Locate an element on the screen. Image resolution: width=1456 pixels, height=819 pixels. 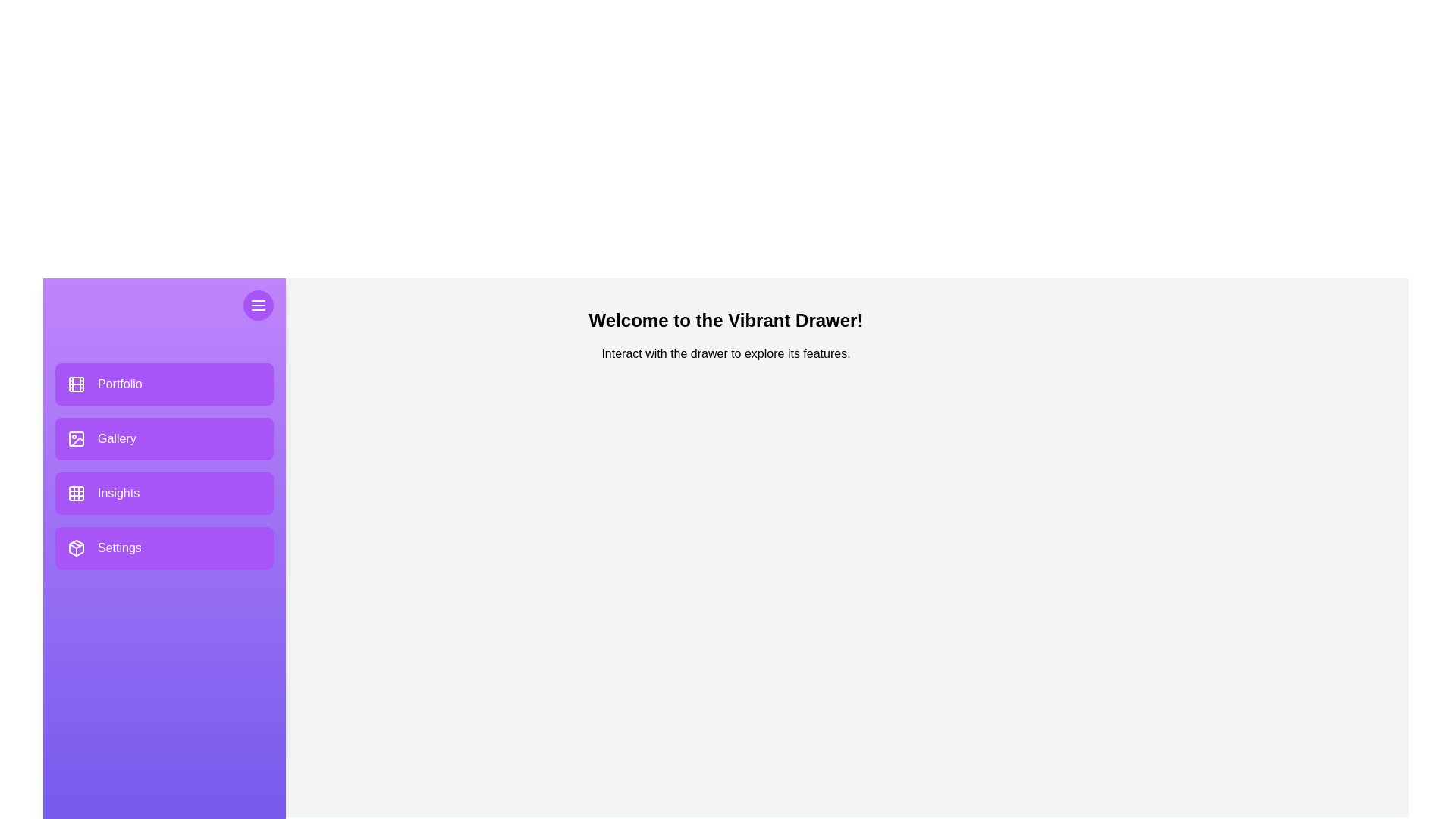
the 'Insights' button in the drawer to navigate to its section is located at coordinates (164, 494).